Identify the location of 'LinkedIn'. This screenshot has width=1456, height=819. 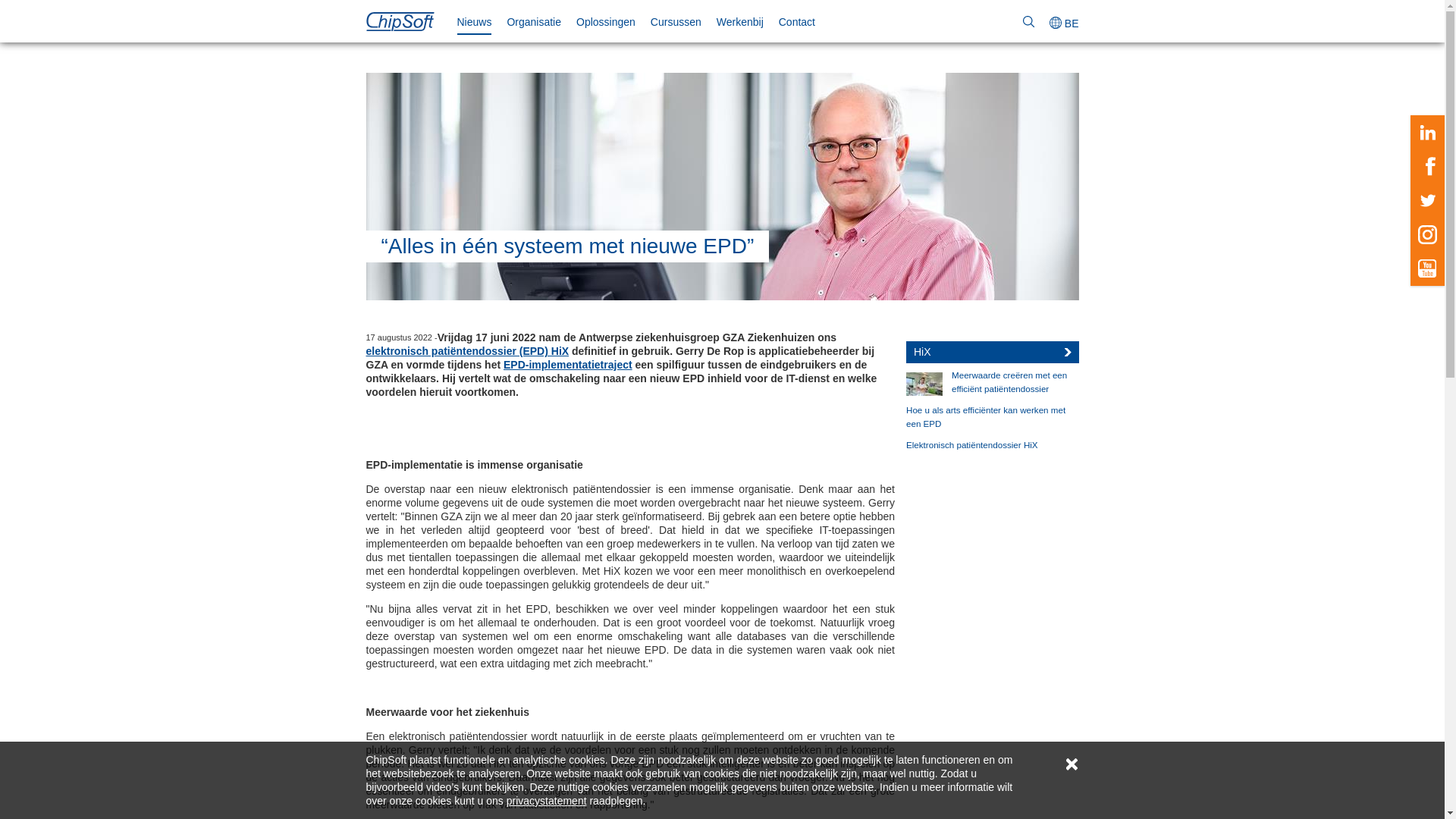
(1426, 131).